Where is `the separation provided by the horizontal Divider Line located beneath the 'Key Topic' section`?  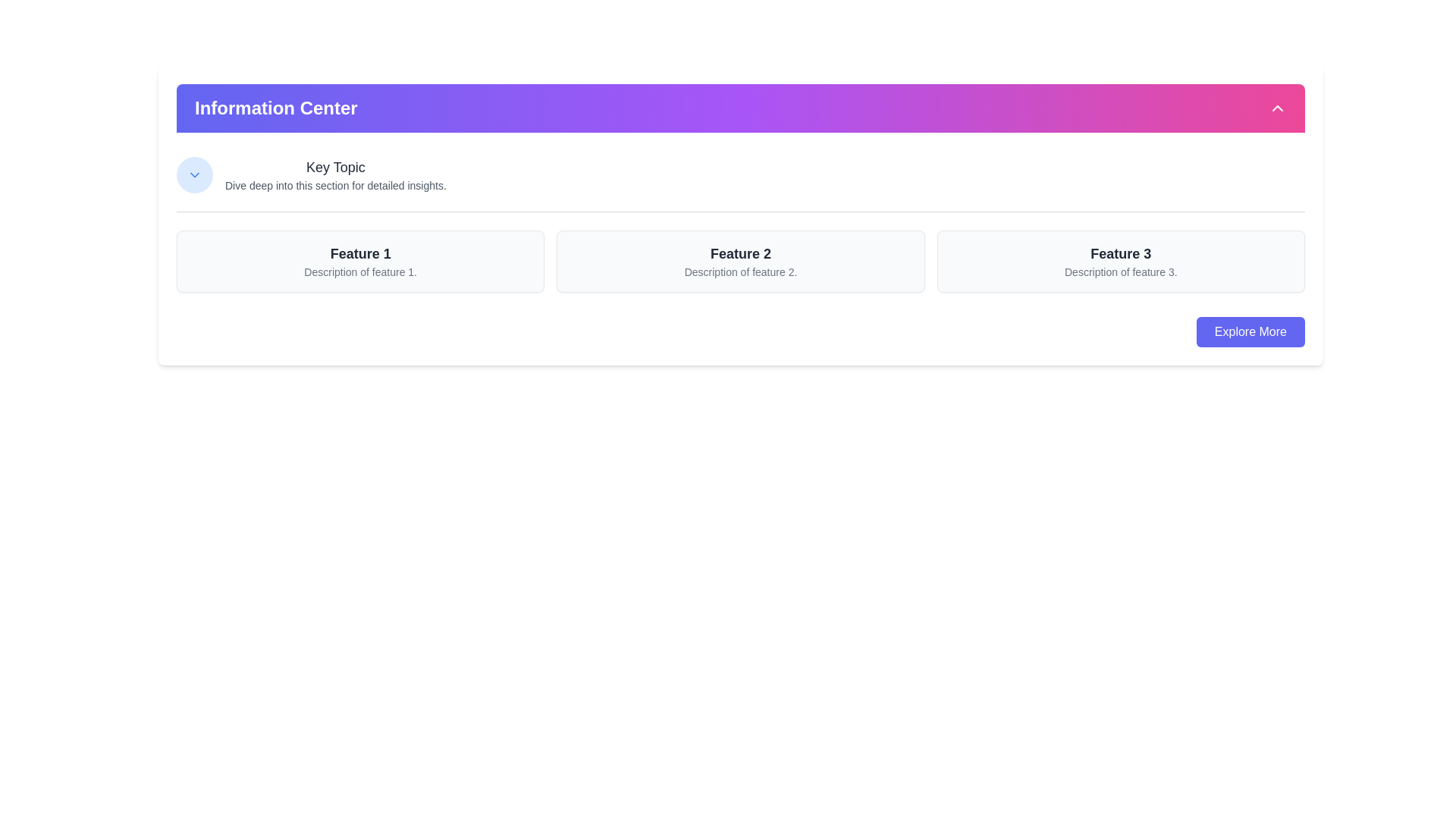
the separation provided by the horizontal Divider Line located beneath the 'Key Topic' section is located at coordinates (741, 212).